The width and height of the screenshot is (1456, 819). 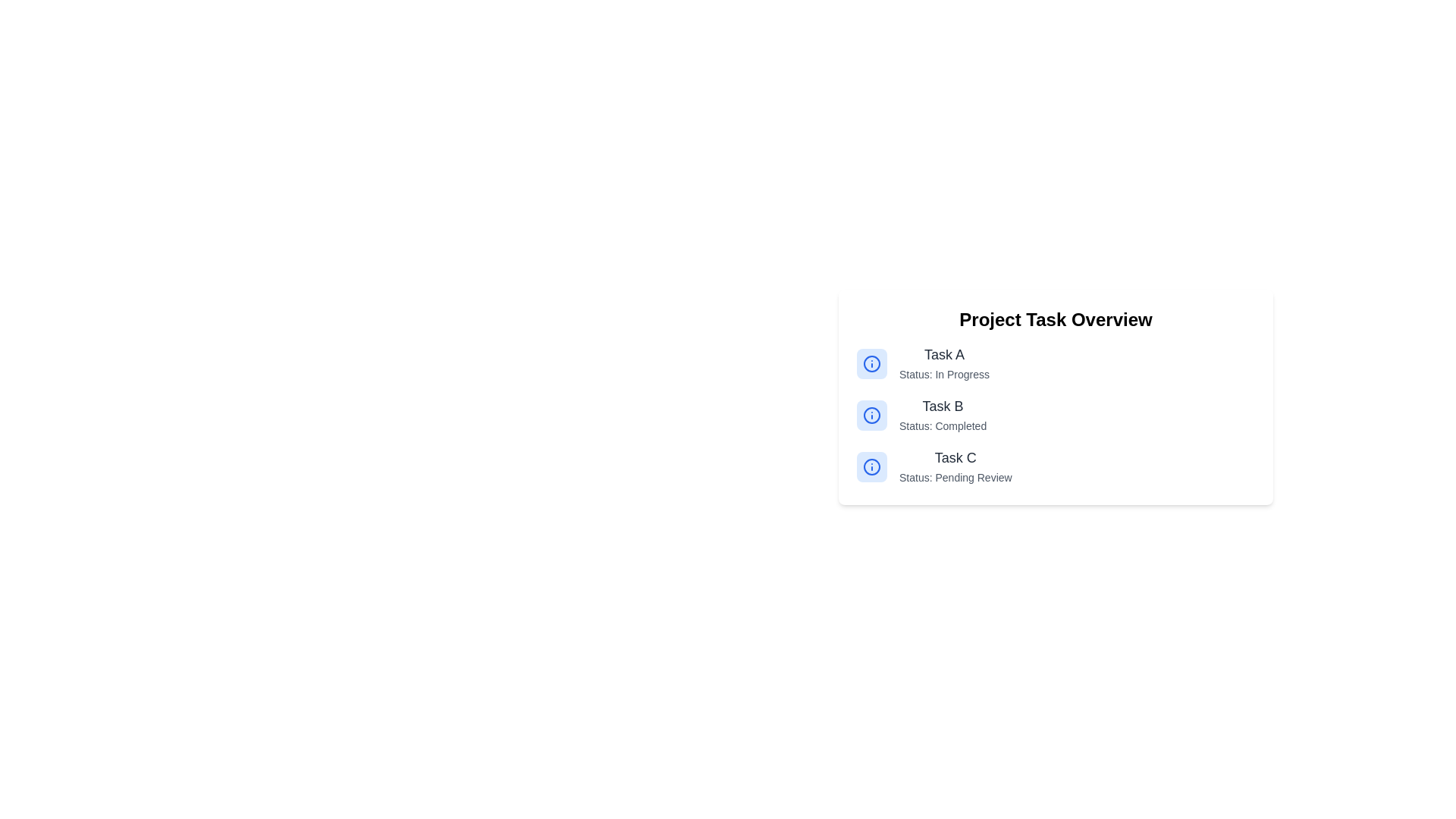 What do you see at coordinates (872, 415) in the screenshot?
I see `the circular light blue information icon located to the left of 'Task B' in the second row` at bounding box center [872, 415].